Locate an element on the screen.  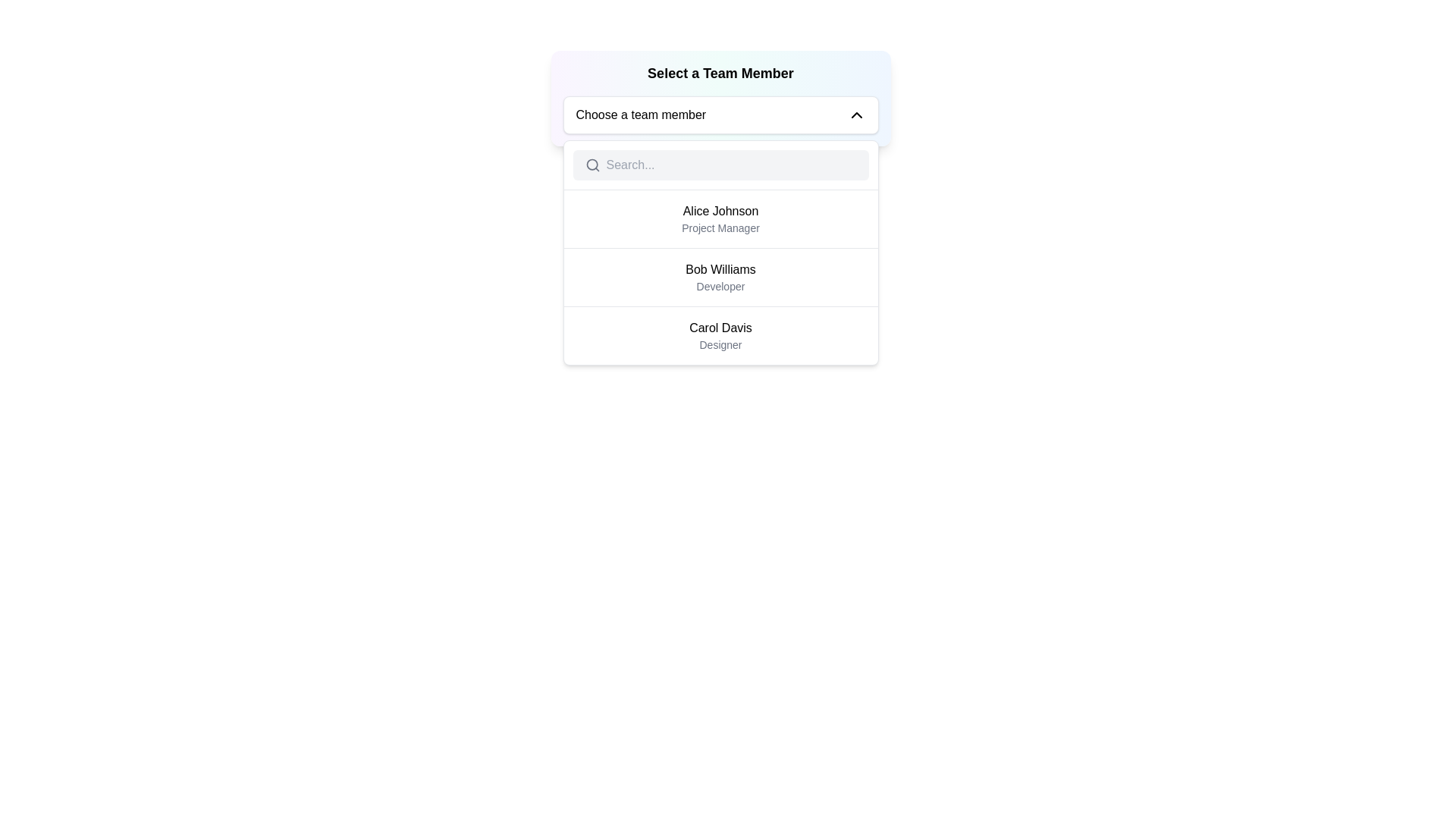
the input field of the Search box with a light gray background and rounded corners to focus on it is located at coordinates (720, 165).